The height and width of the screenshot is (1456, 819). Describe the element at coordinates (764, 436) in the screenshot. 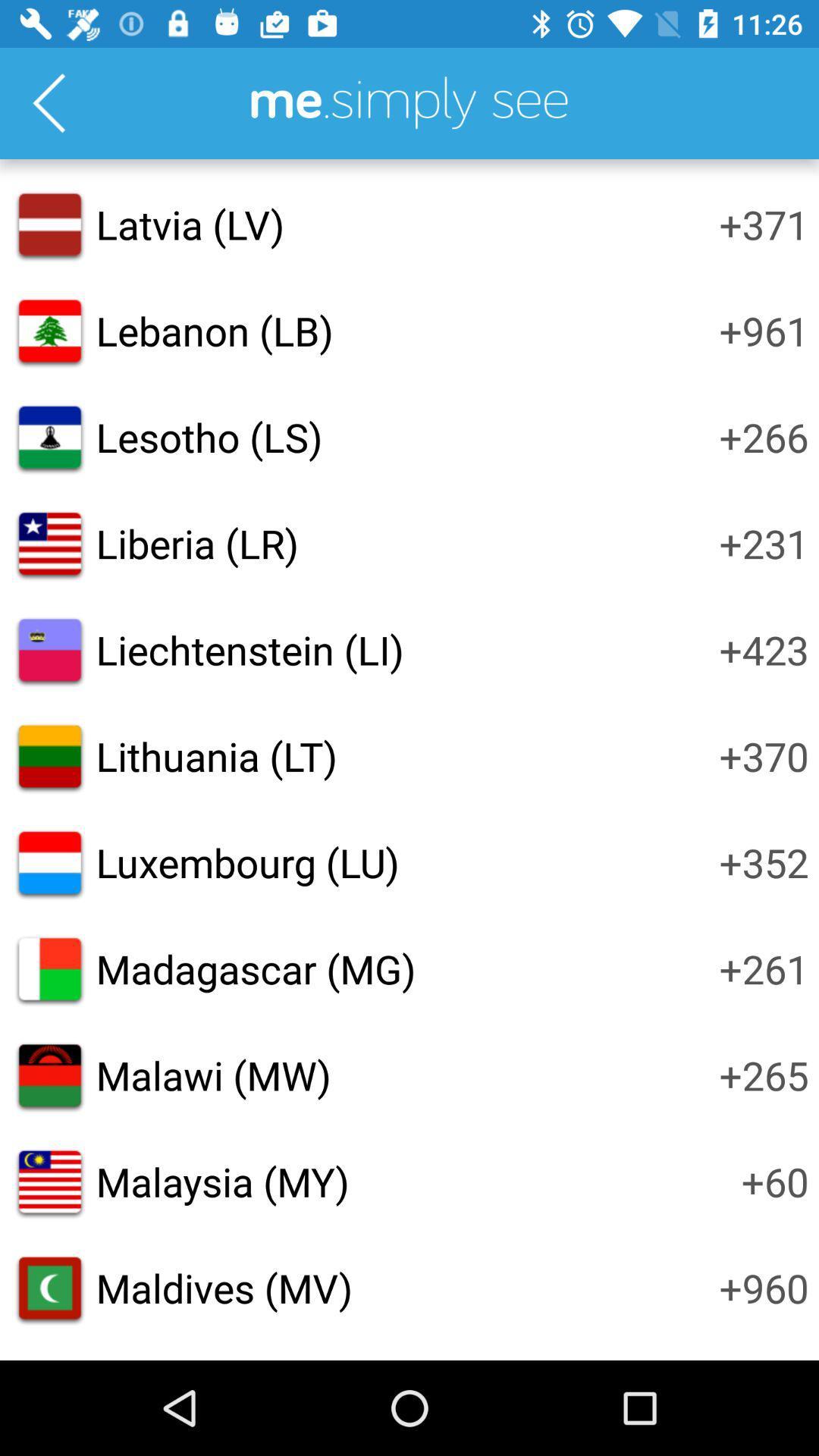

I see `icon to the right of the lesotho (ls) item` at that location.